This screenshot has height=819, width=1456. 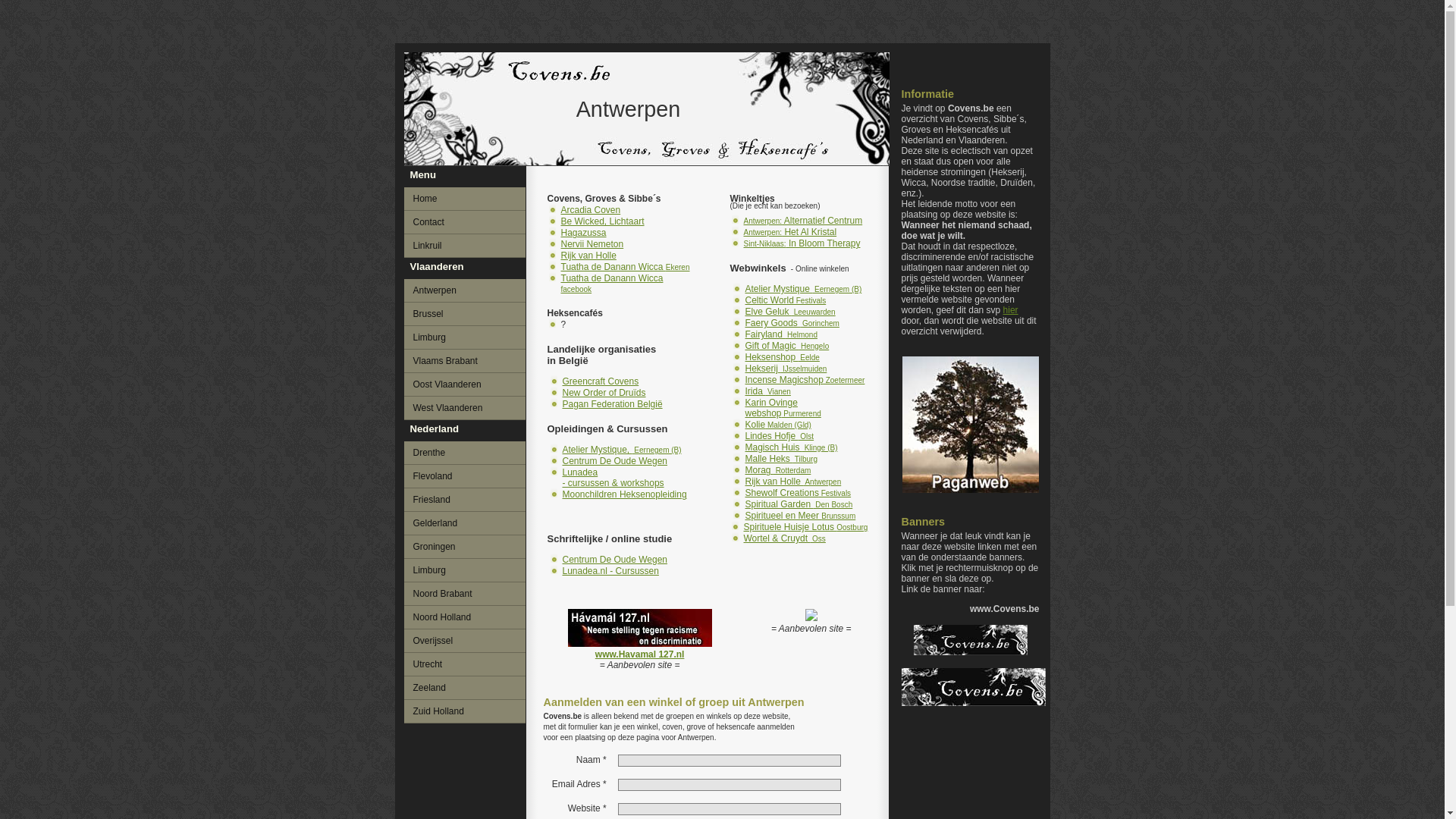 I want to click on 'Overijssel', so click(x=463, y=640).